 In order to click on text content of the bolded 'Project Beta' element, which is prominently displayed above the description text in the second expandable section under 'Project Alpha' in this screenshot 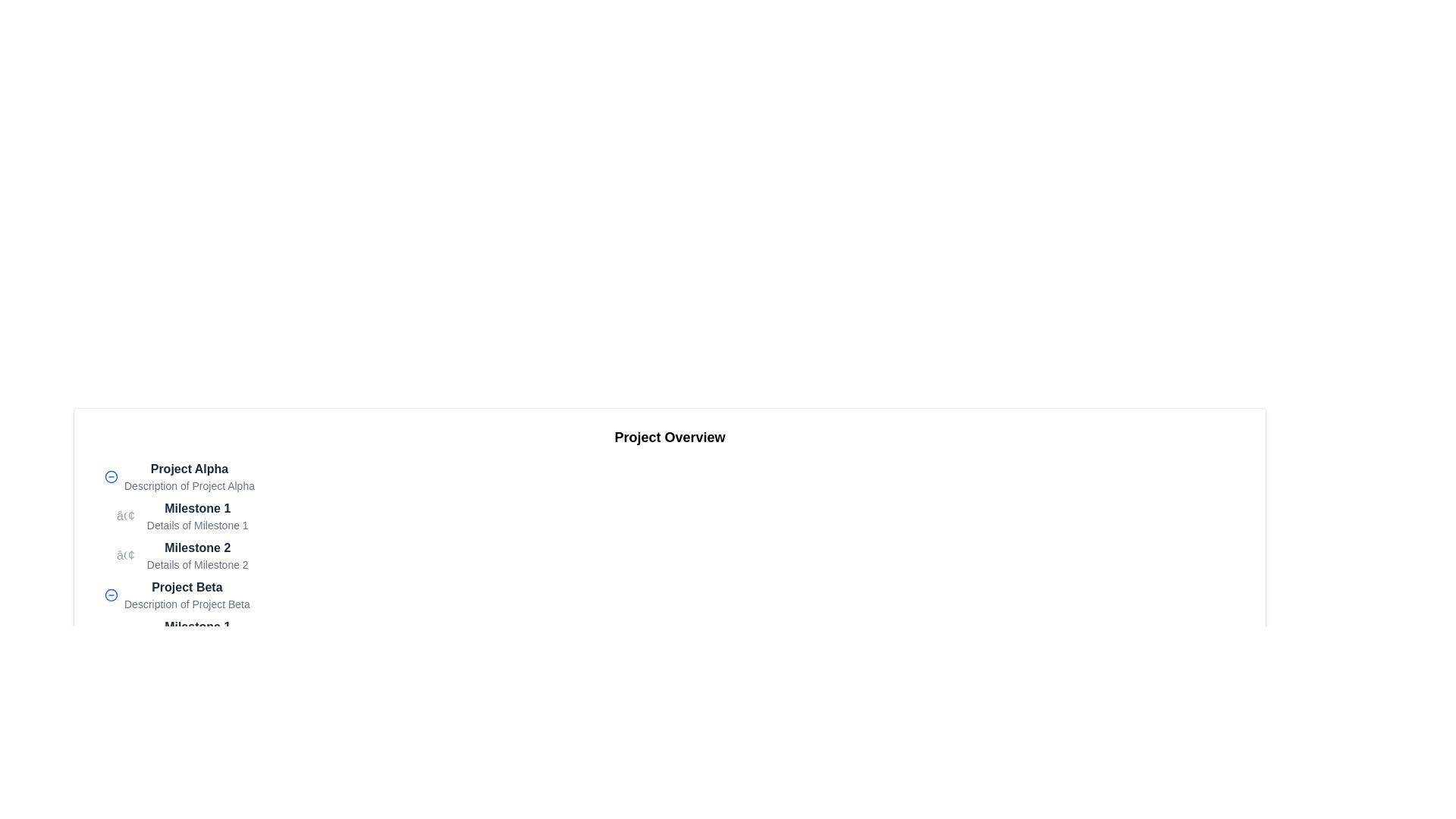, I will do `click(186, 587)`.